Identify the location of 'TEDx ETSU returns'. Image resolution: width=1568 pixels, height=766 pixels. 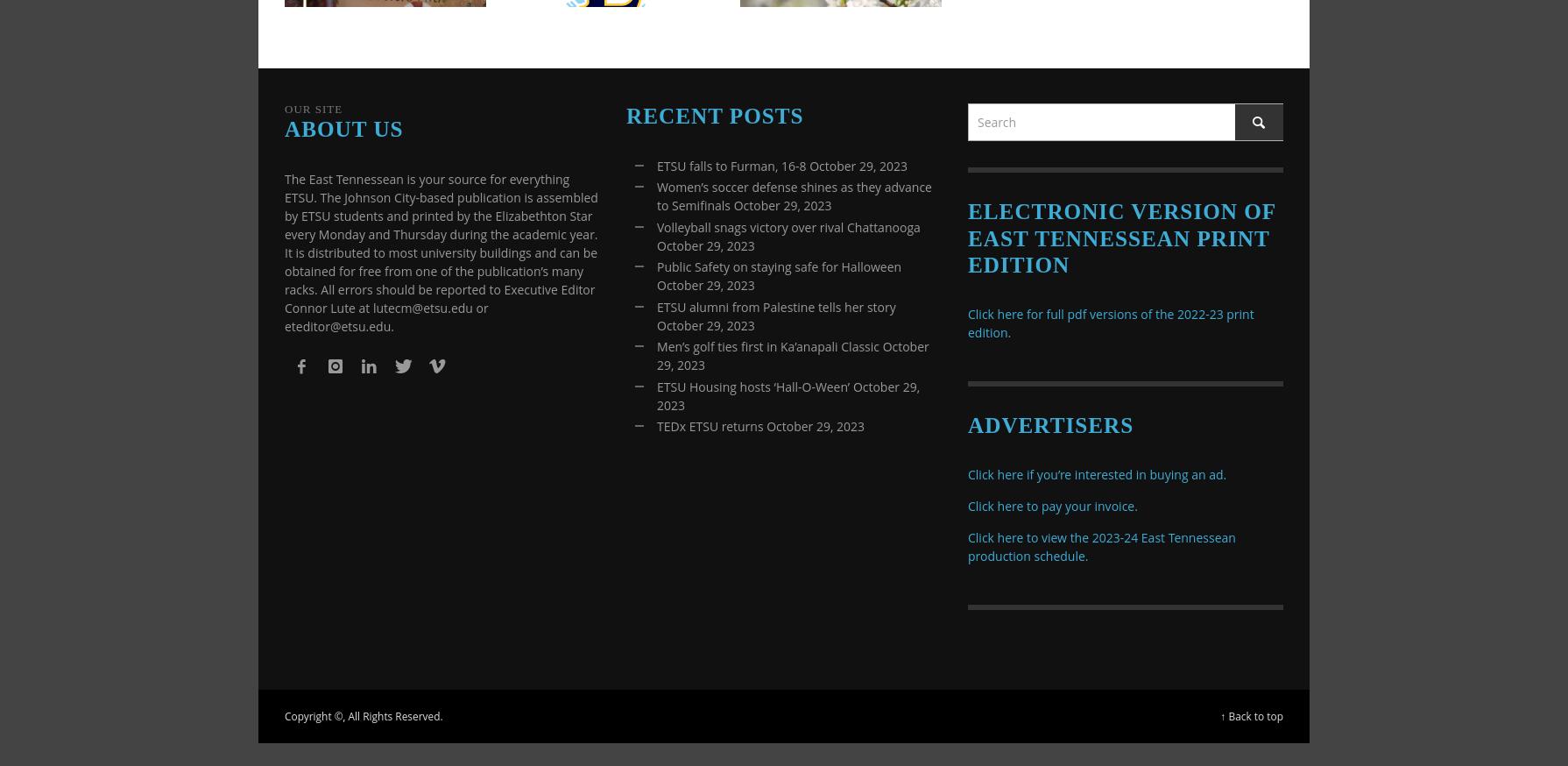
(709, 425).